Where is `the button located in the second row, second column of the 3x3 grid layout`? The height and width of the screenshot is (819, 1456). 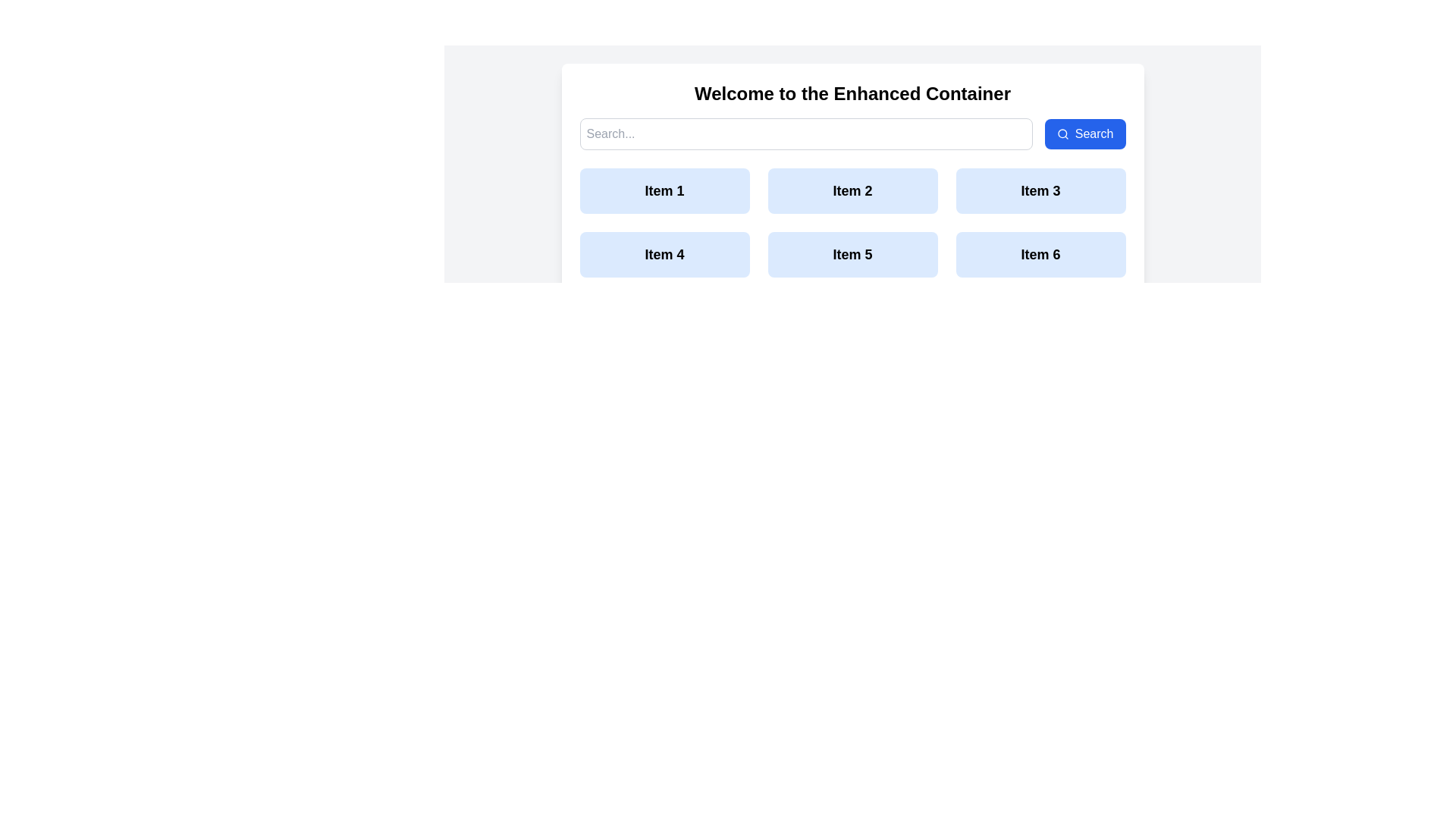
the button located in the second row, second column of the 3x3 grid layout is located at coordinates (852, 253).